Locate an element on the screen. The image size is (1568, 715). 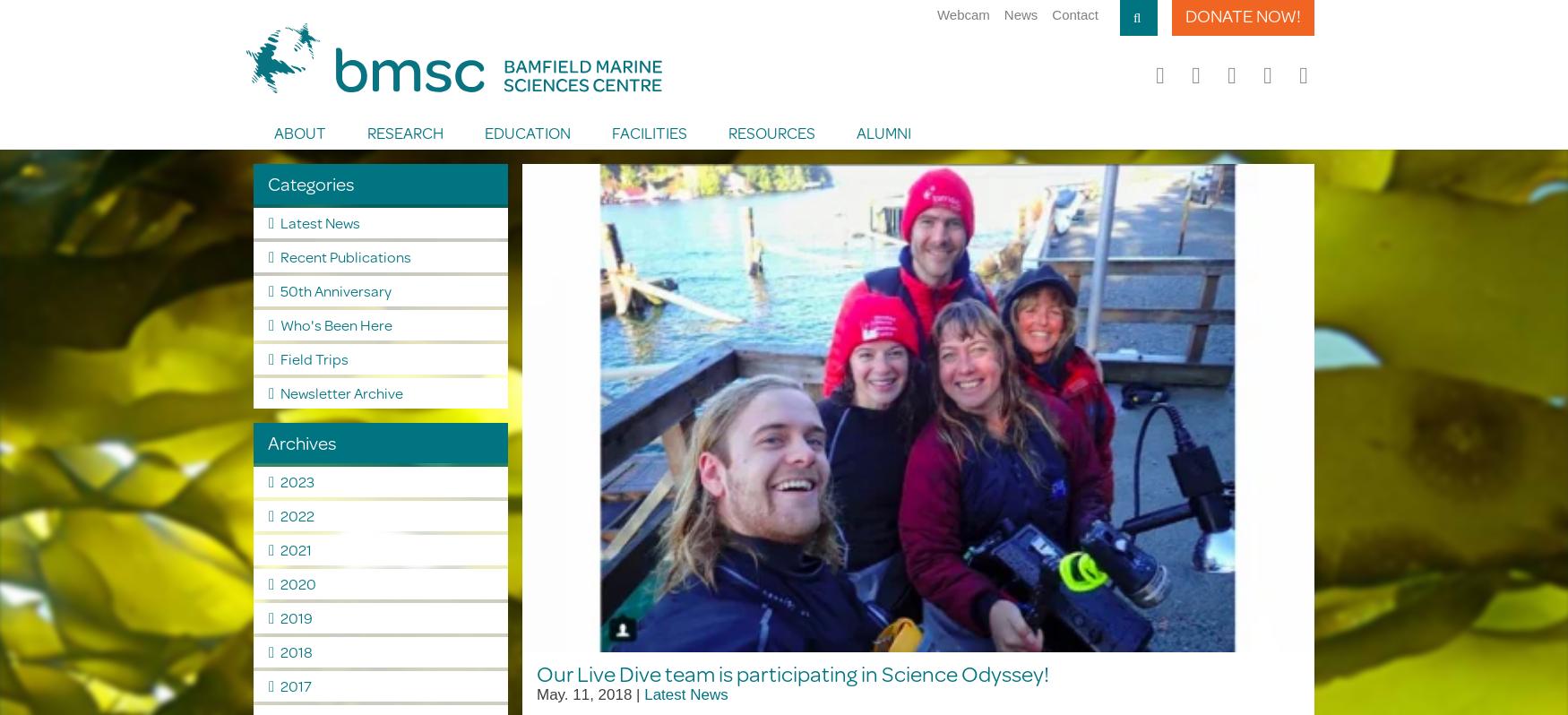
'Newsletter Archive' is located at coordinates (340, 392).